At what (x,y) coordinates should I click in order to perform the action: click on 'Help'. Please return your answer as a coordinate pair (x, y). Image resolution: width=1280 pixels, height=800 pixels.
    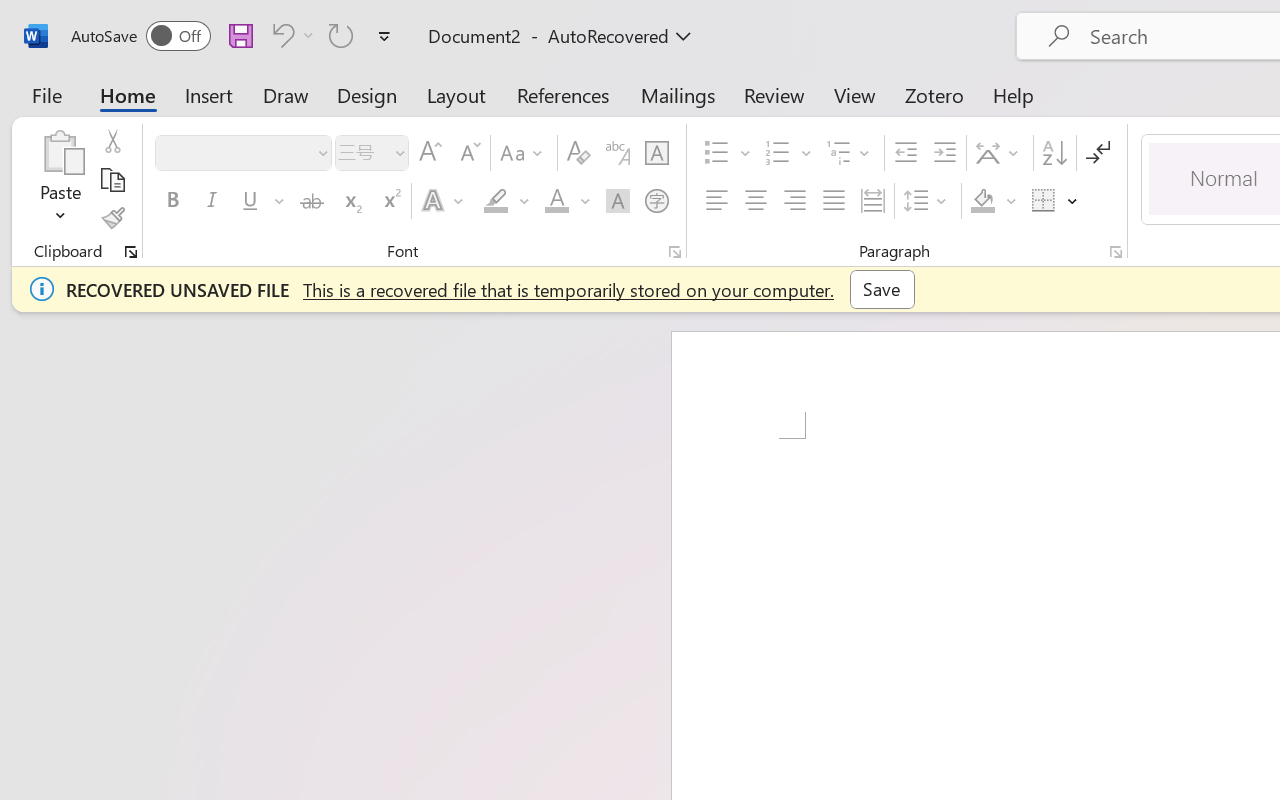
    Looking at the image, I should click on (1013, 94).